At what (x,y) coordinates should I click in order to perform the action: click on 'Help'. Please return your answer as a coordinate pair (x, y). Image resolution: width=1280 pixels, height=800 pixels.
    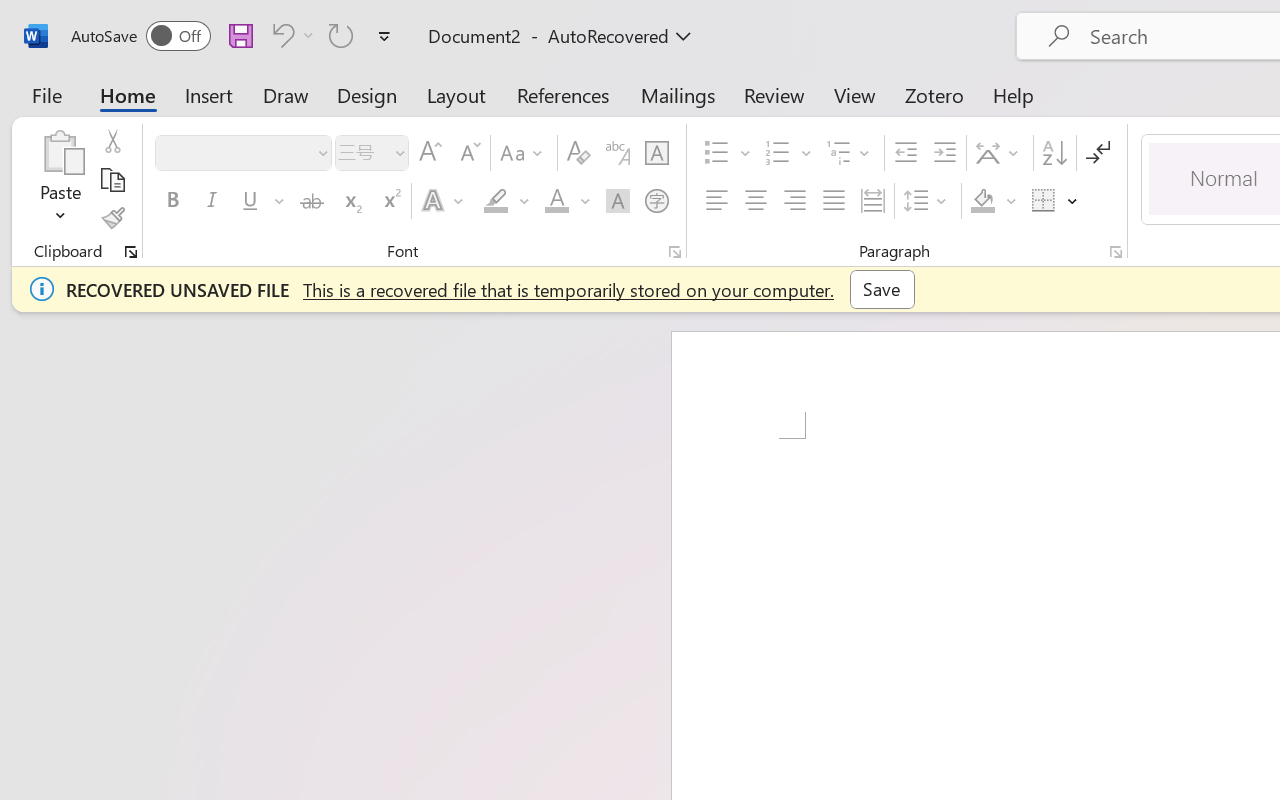
    Looking at the image, I should click on (1013, 94).